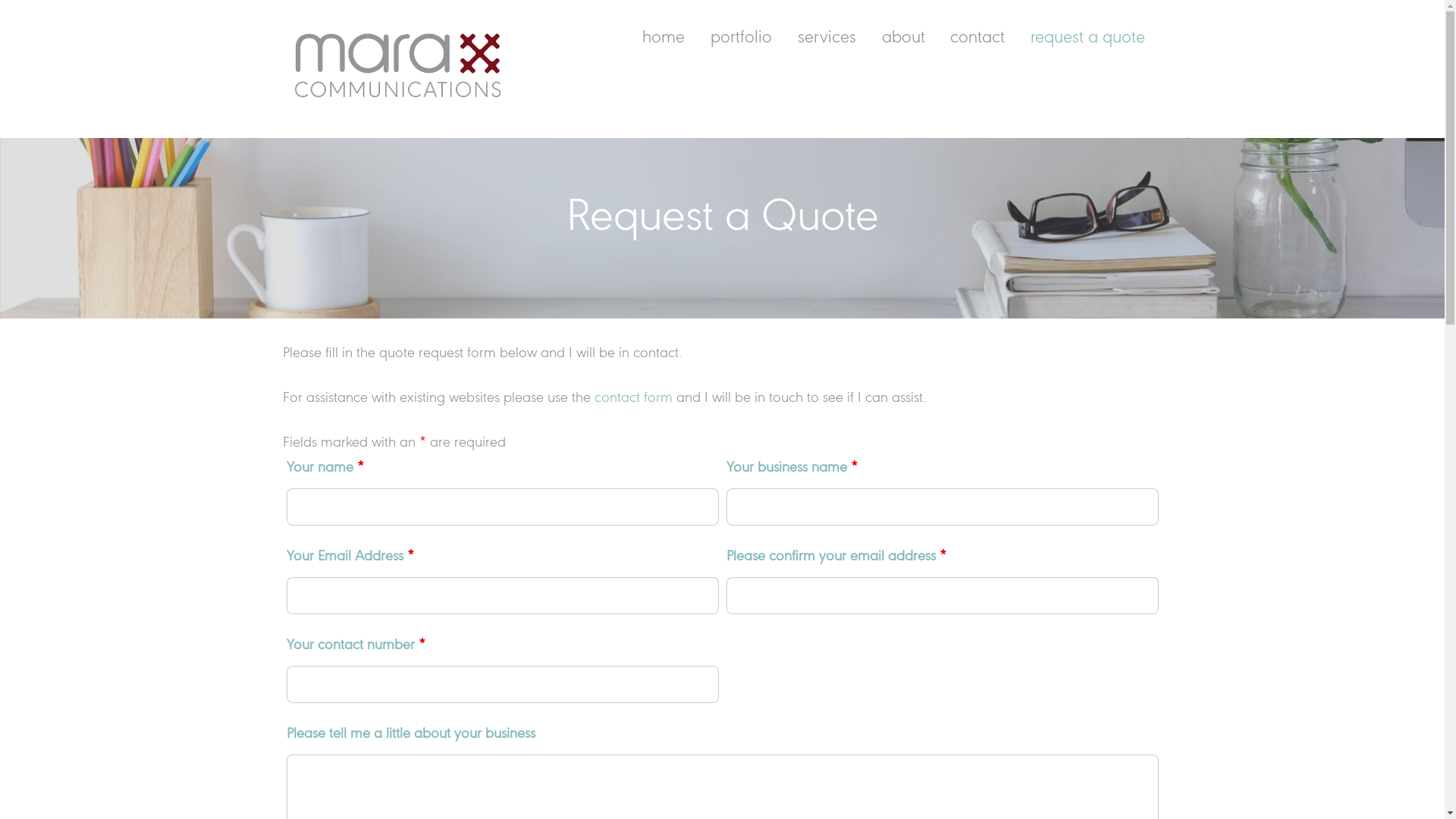  I want to click on 'portfolio', so click(742, 37).